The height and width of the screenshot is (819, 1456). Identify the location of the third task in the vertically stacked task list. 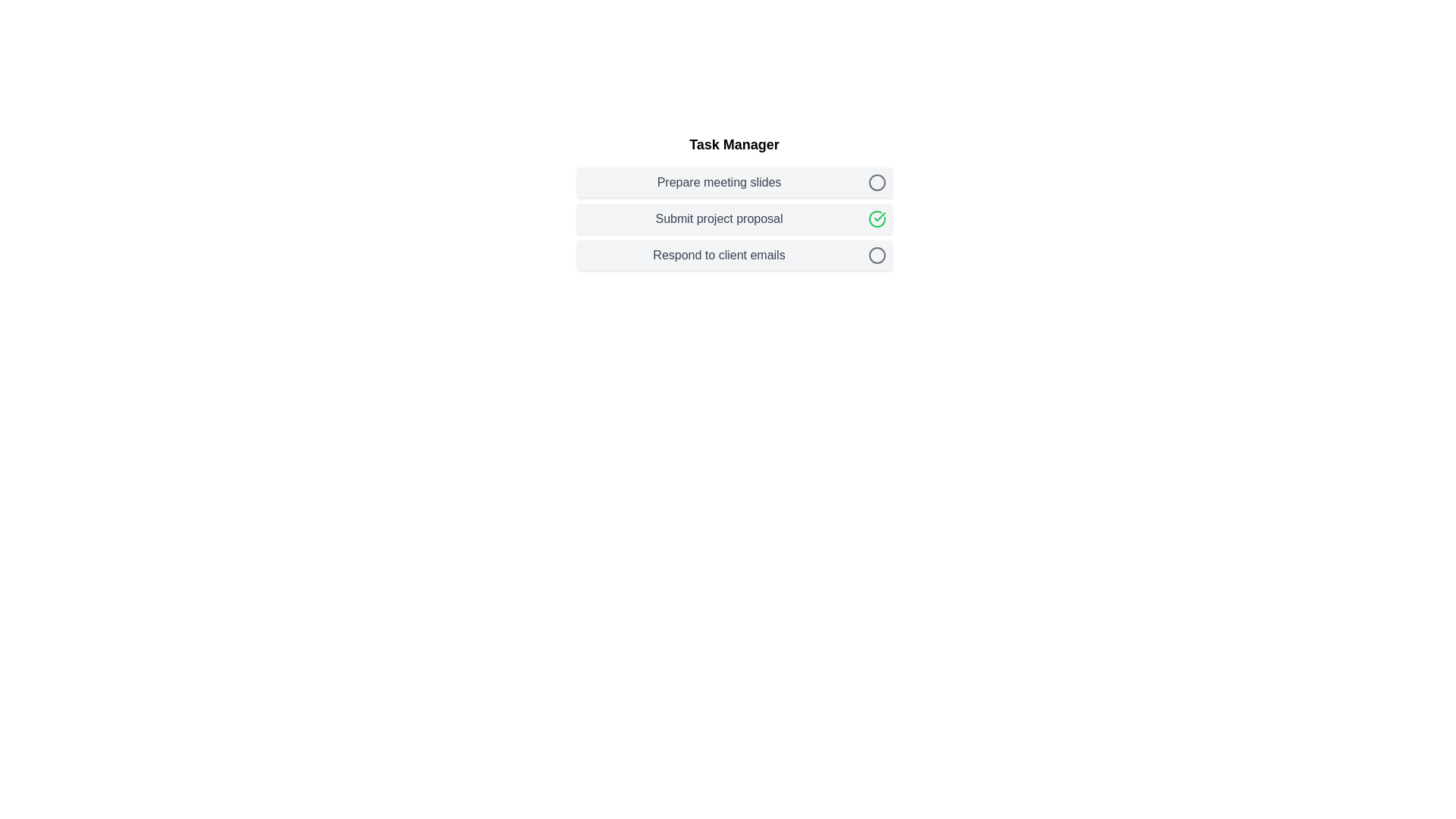
(734, 254).